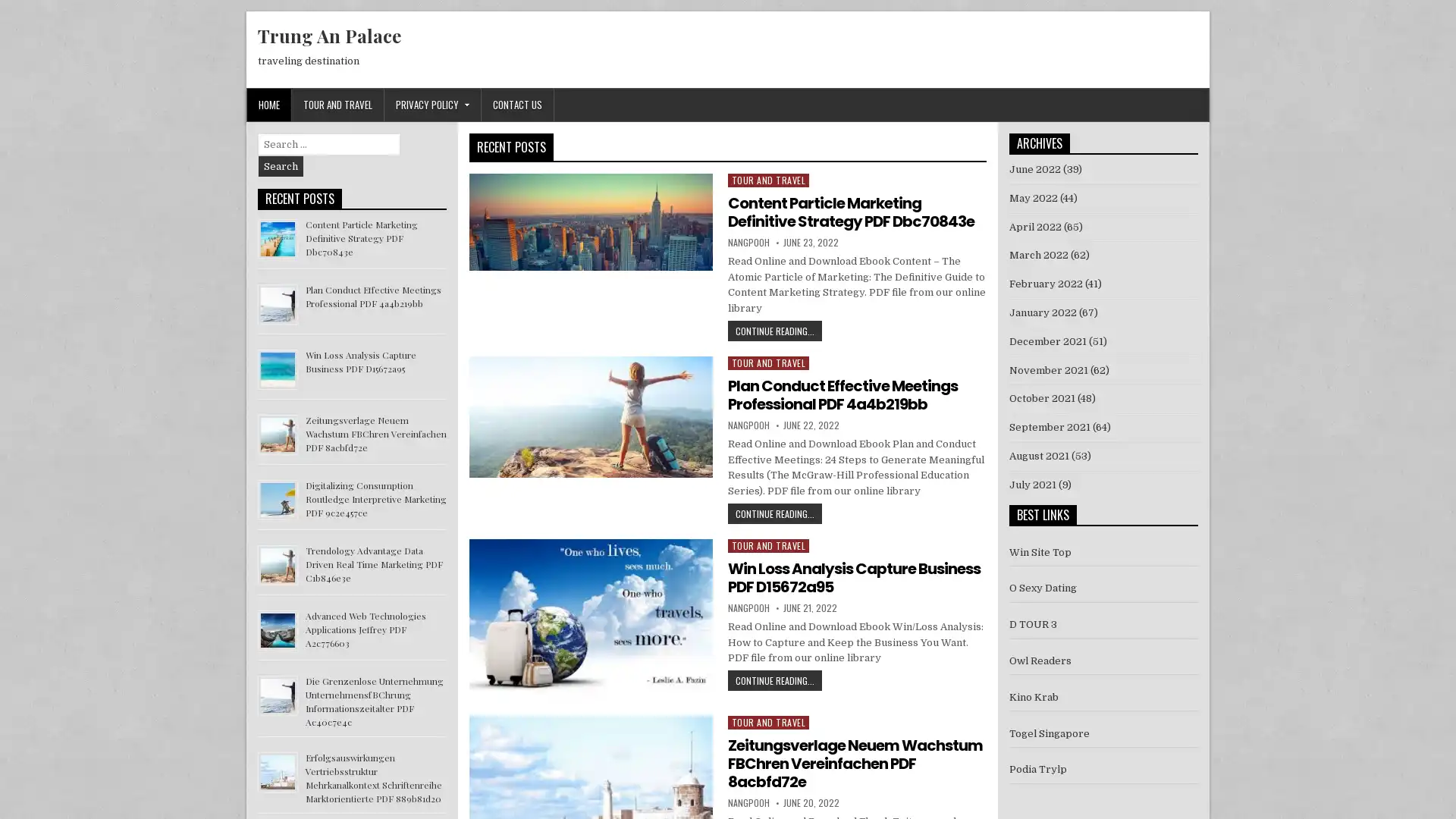  Describe the element at coordinates (281, 166) in the screenshot. I see `Search` at that location.